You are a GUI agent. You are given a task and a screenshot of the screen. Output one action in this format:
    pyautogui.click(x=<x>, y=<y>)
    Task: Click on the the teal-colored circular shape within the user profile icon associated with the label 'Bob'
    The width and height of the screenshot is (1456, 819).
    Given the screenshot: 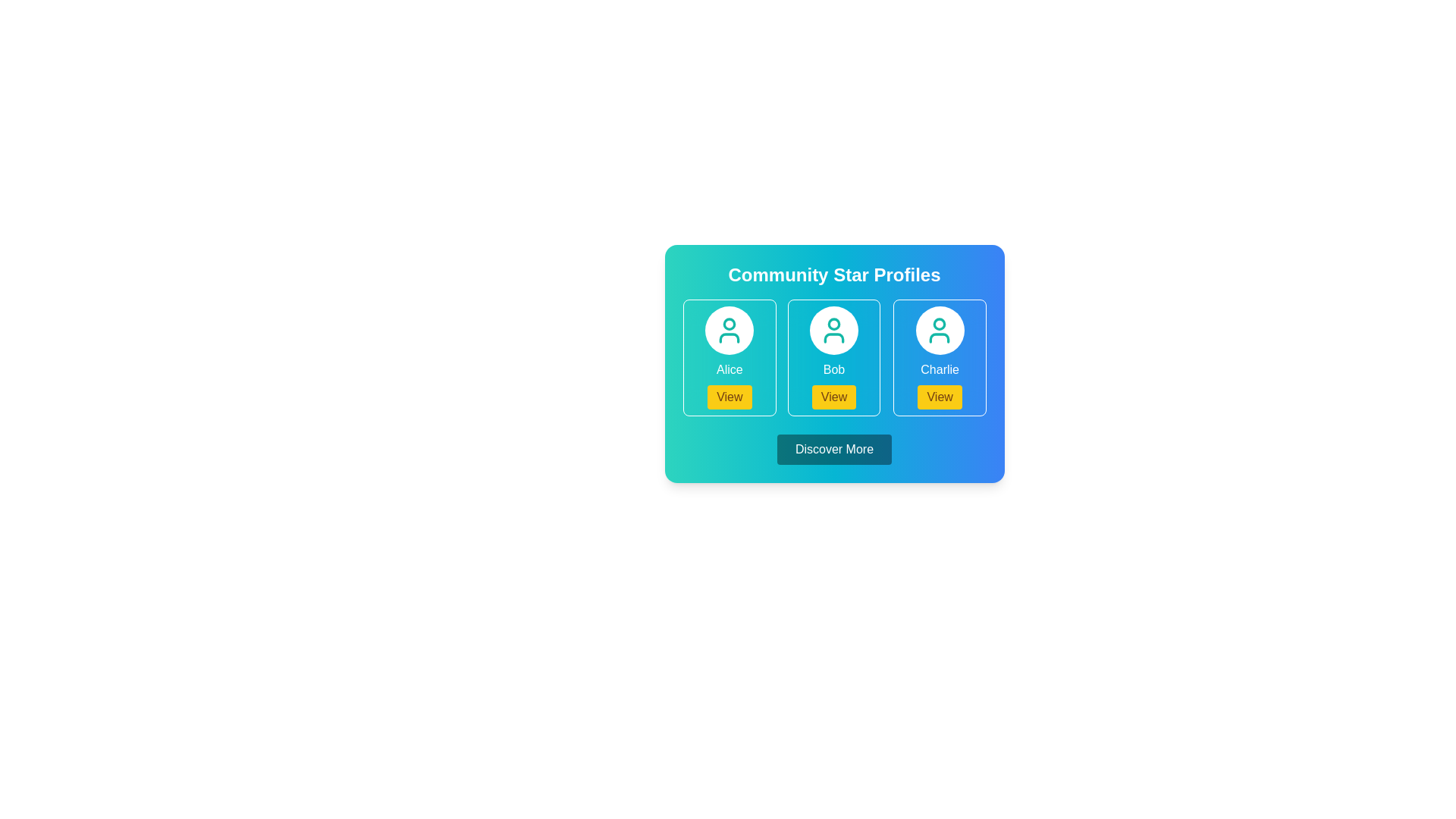 What is the action you would take?
    pyautogui.click(x=939, y=323)
    